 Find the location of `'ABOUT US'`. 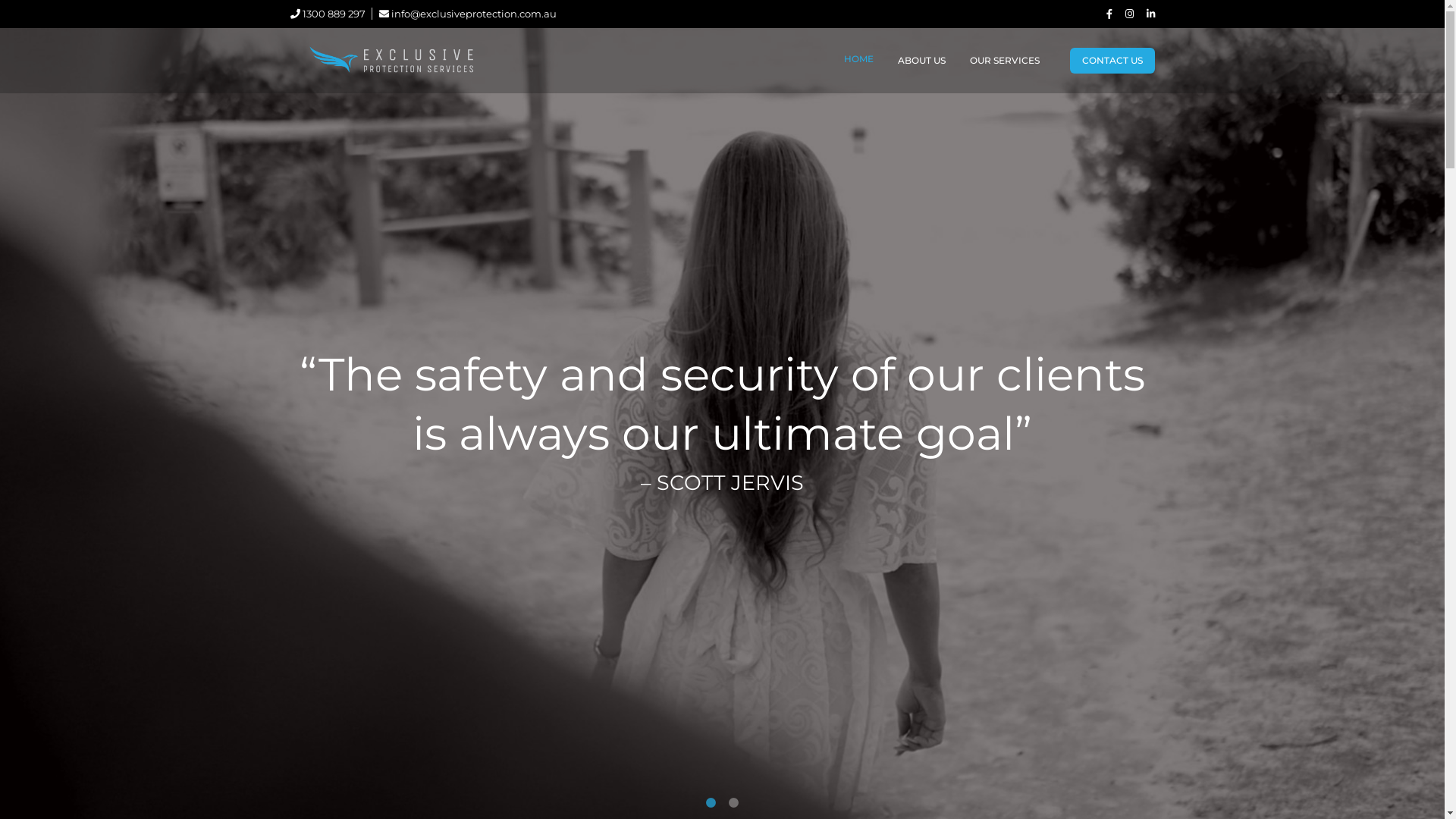

'ABOUT US' is located at coordinates (921, 60).